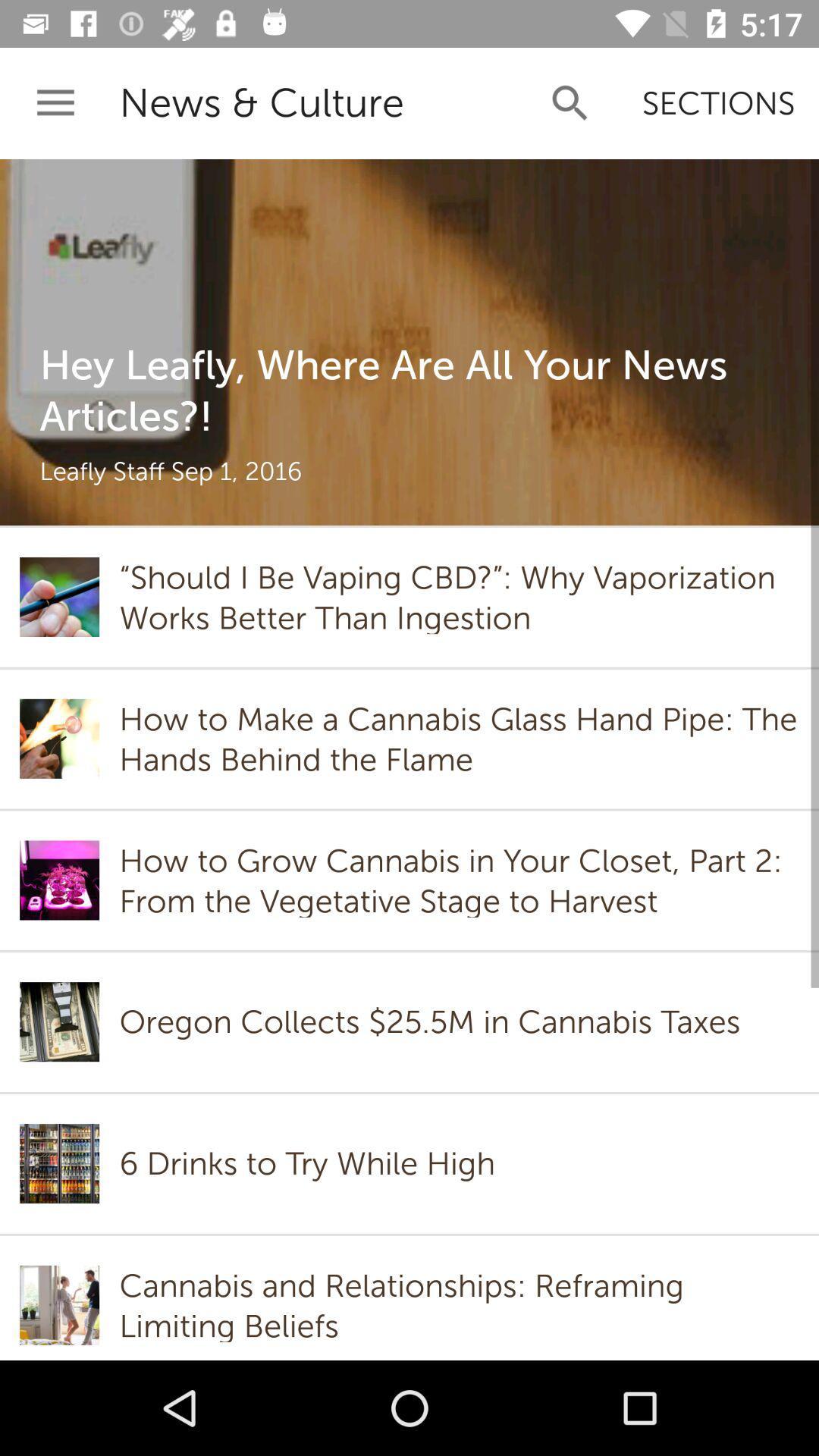  What do you see at coordinates (570, 102) in the screenshot?
I see `app next to news & culture icon` at bounding box center [570, 102].